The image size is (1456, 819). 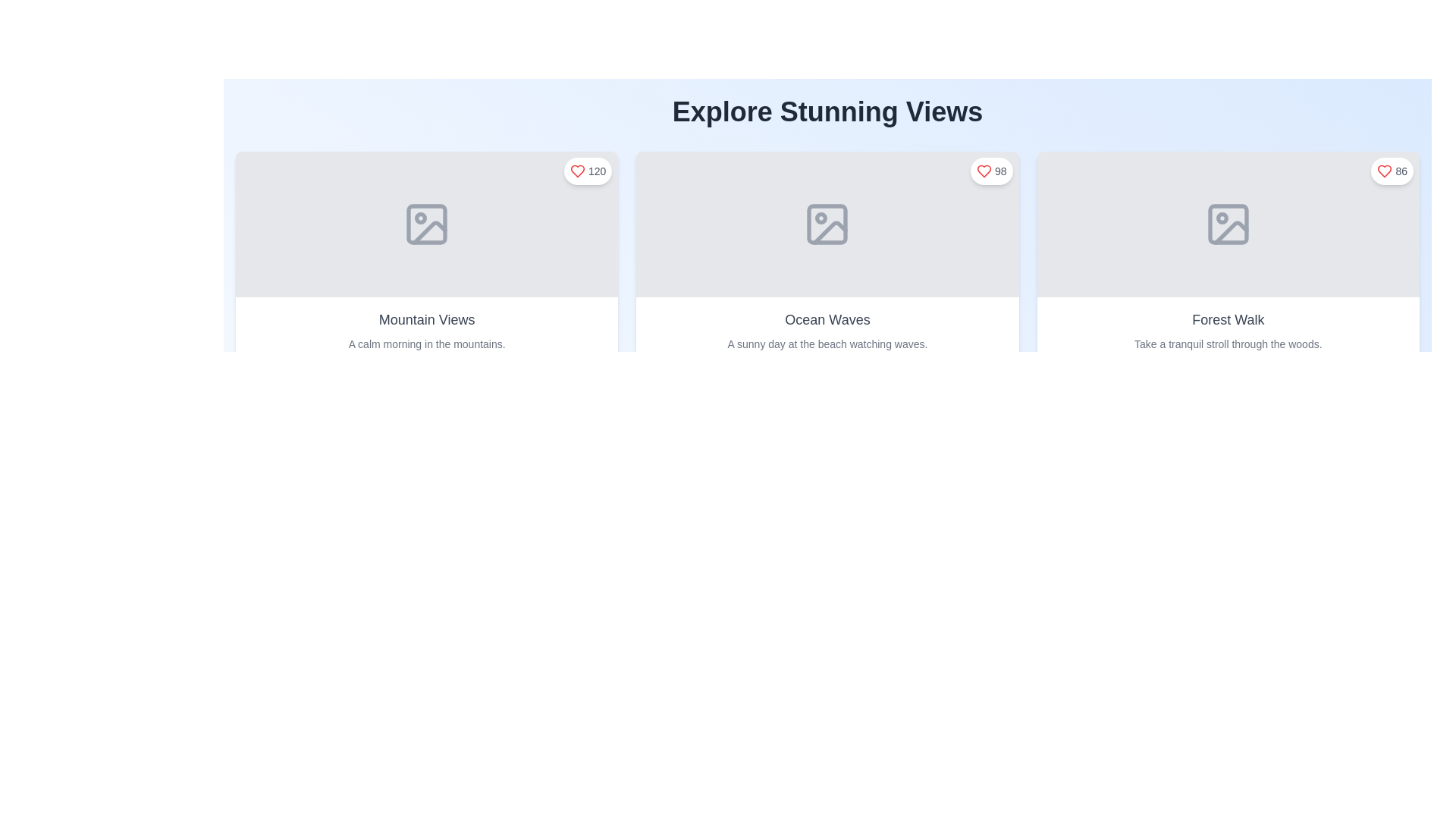 What do you see at coordinates (1228, 344) in the screenshot?
I see `the static text display providing additional context for the card titled 'Forest Walk', located at the bottom section of the card layout` at bounding box center [1228, 344].